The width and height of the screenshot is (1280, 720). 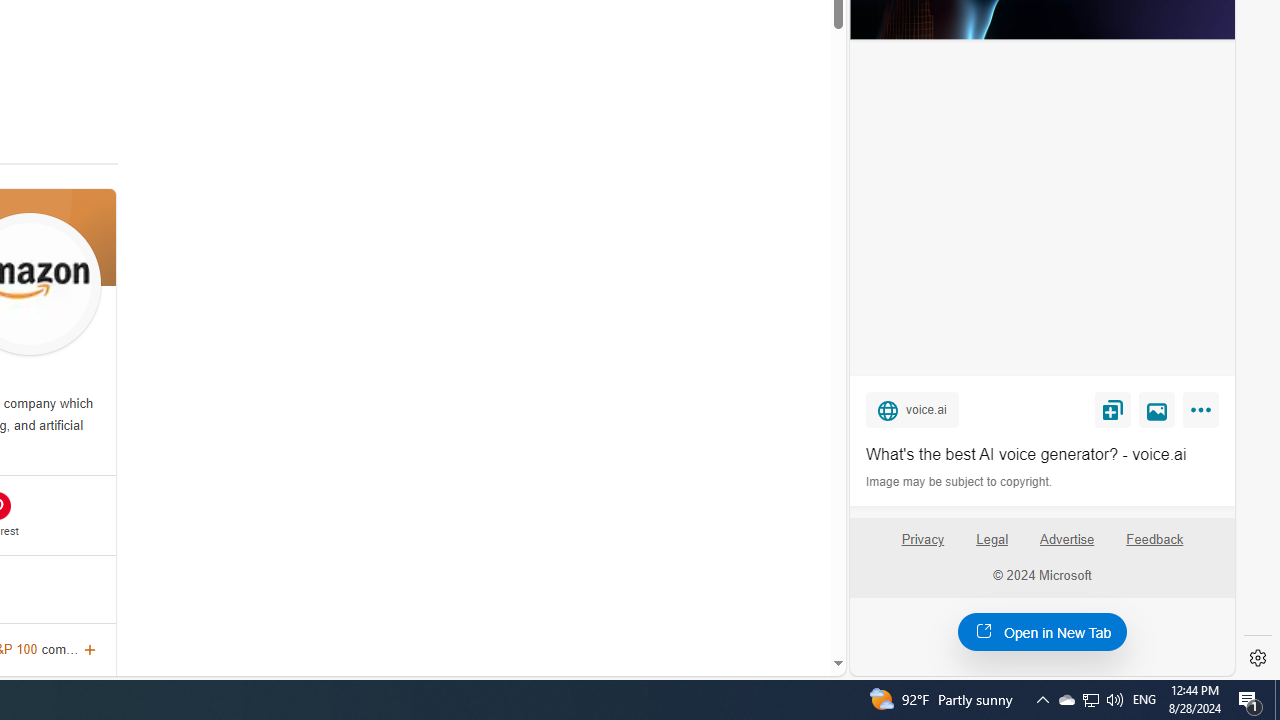 What do you see at coordinates (960, 482) in the screenshot?
I see `'Image may be subject to copyright.'` at bounding box center [960, 482].